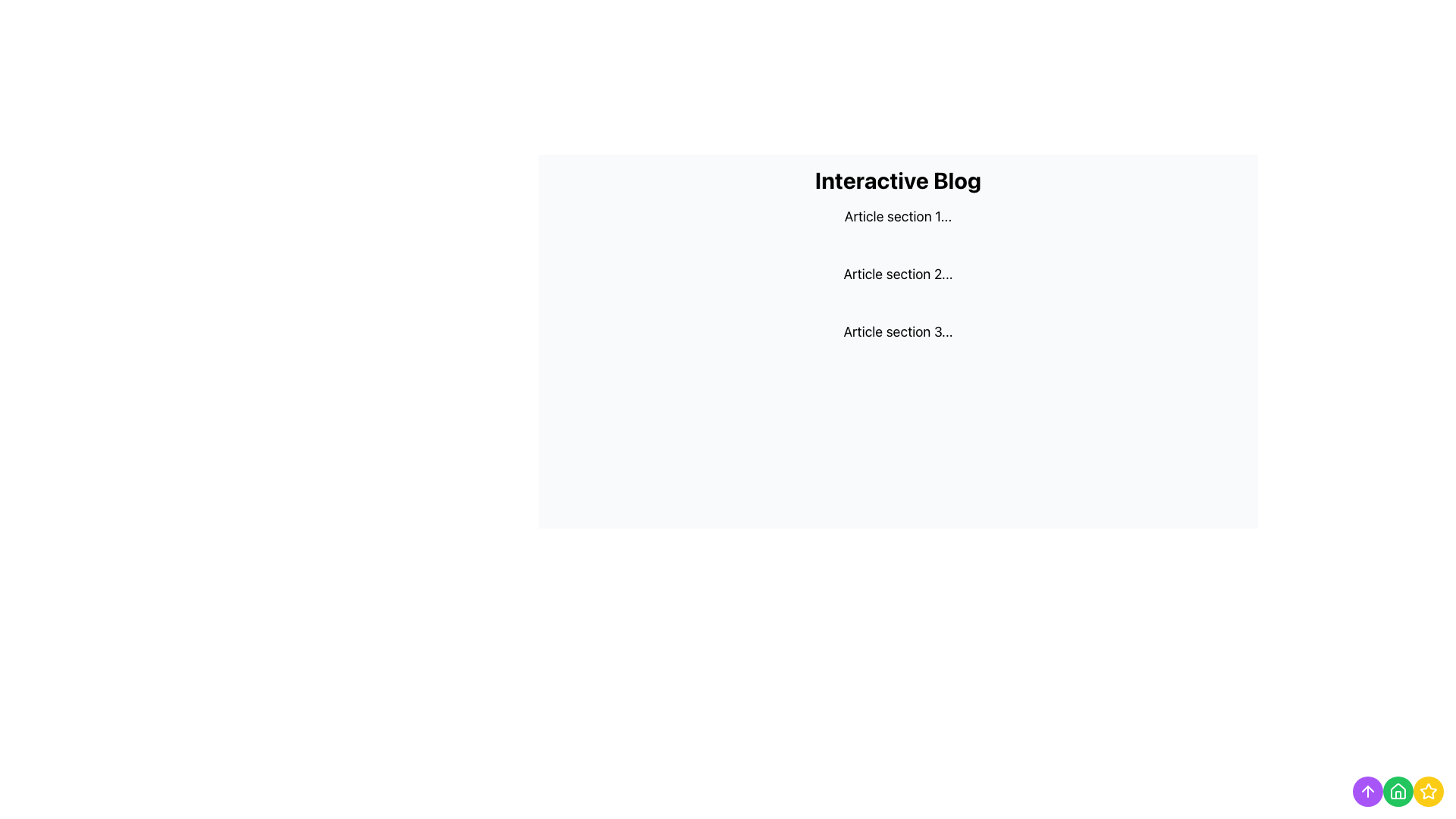  What do you see at coordinates (1397, 789) in the screenshot?
I see `the house icon located at the bottom right corner of the interface to redirect users to the main page or dashboard` at bounding box center [1397, 789].